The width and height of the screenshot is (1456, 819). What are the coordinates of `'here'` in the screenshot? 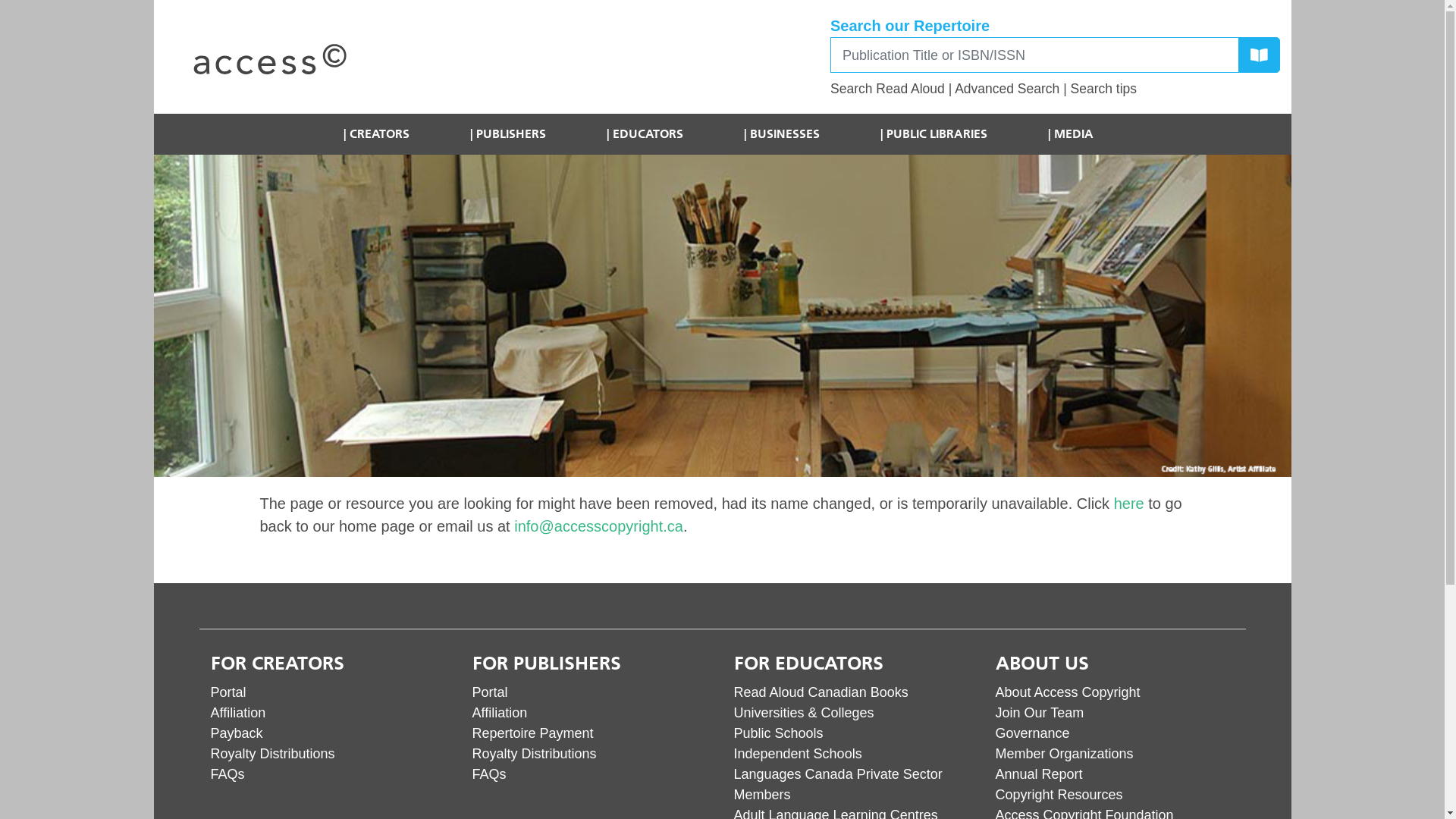 It's located at (1128, 503).